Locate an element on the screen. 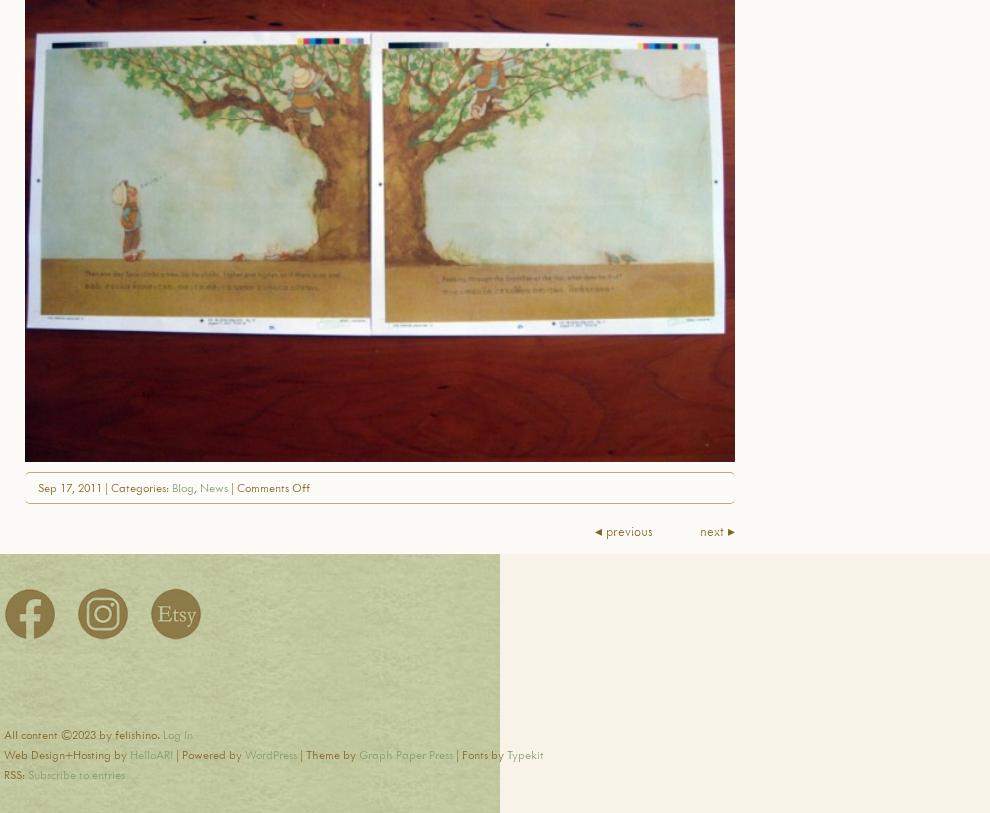 This screenshot has width=990, height=813. 'Typekit' is located at coordinates (505, 754).